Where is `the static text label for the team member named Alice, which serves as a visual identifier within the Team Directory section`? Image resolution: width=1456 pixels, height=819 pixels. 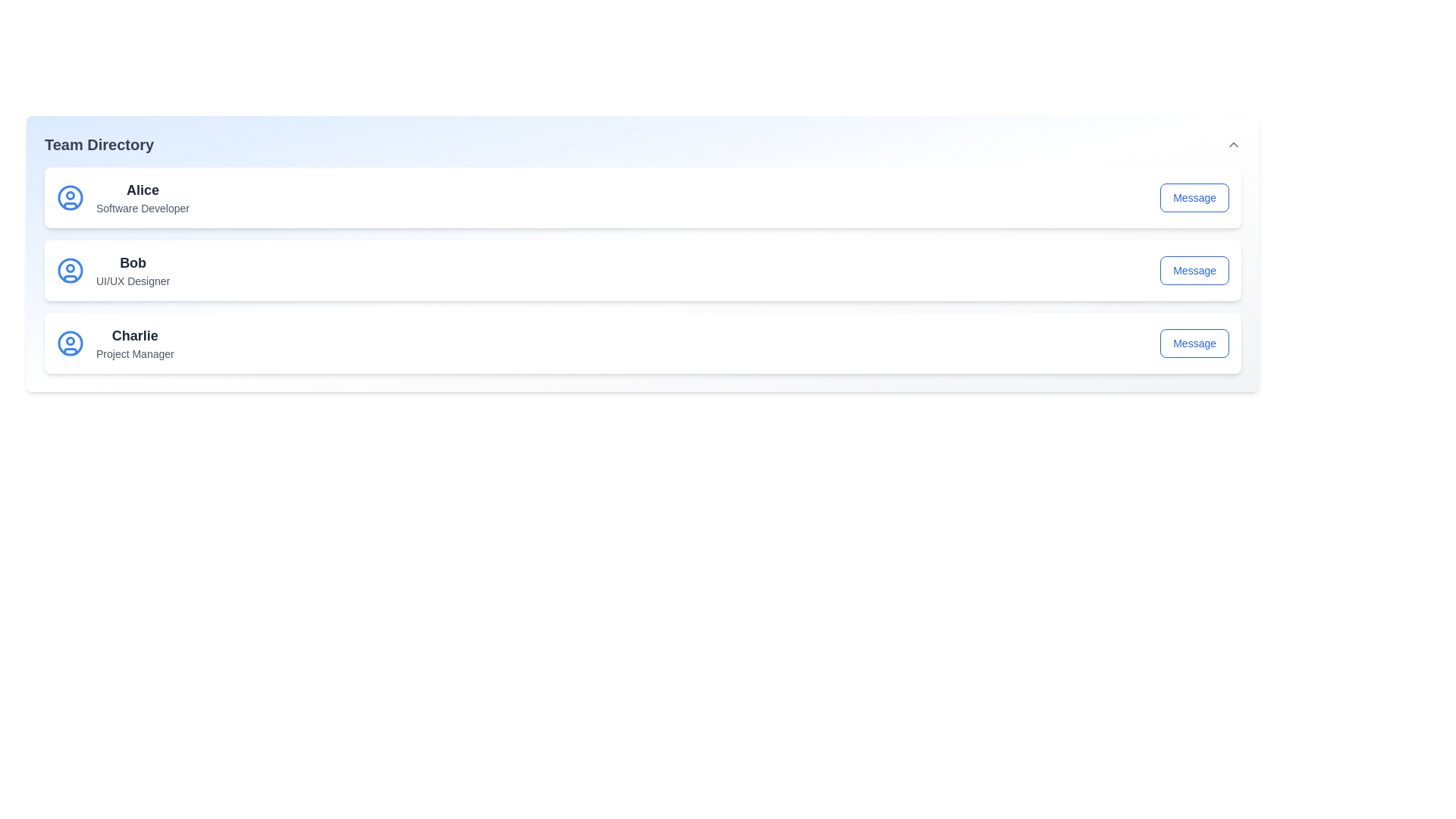 the static text label for the team member named Alice, which serves as a visual identifier within the Team Directory section is located at coordinates (143, 189).